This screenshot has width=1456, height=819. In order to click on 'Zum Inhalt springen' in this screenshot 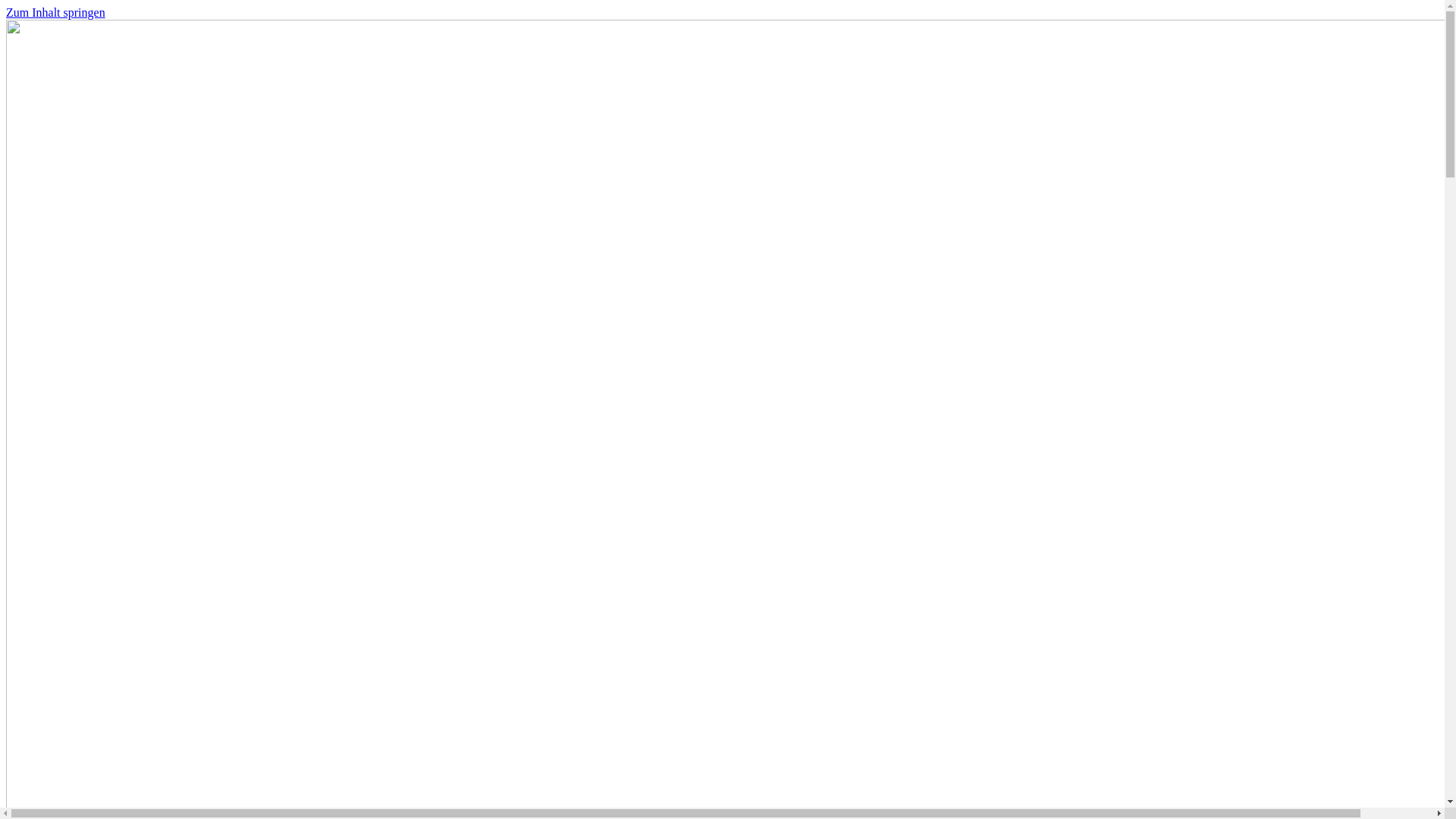, I will do `click(6, 12)`.